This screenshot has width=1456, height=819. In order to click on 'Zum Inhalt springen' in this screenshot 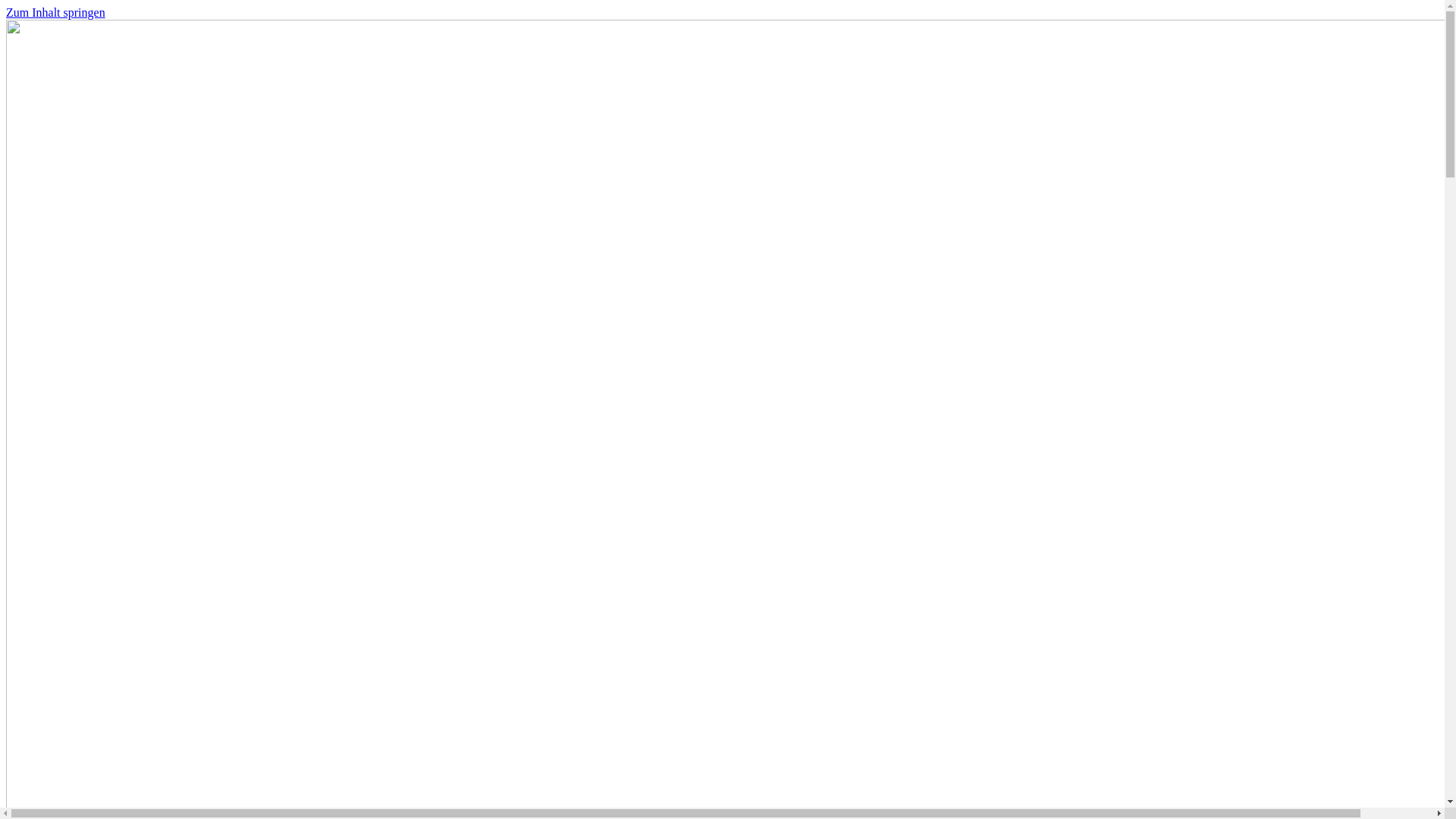, I will do `click(6, 12)`.